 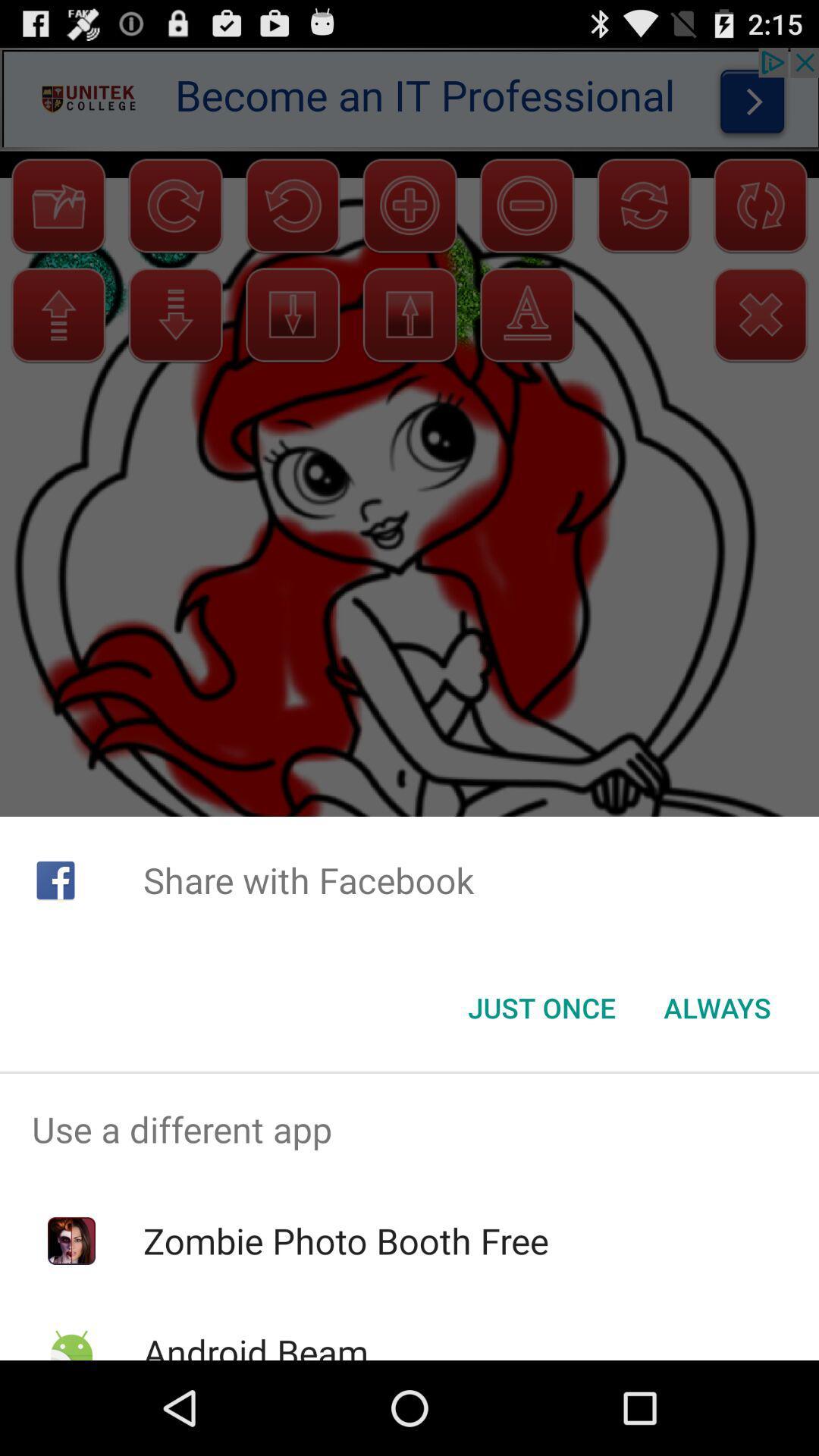 I want to click on item next to the just once button, so click(x=717, y=1008).